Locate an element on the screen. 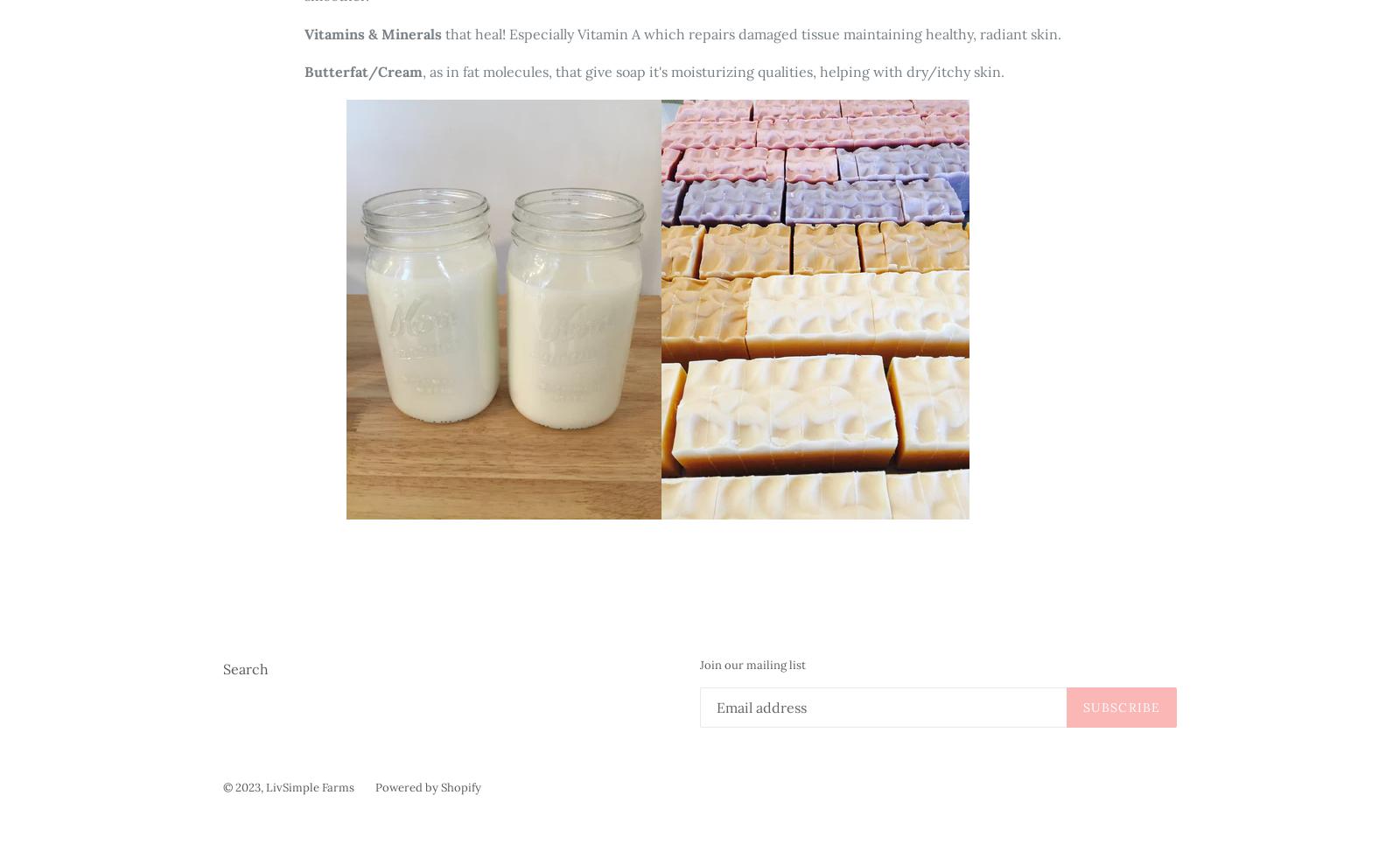  'Butterfat/Cream' is located at coordinates (362, 71).